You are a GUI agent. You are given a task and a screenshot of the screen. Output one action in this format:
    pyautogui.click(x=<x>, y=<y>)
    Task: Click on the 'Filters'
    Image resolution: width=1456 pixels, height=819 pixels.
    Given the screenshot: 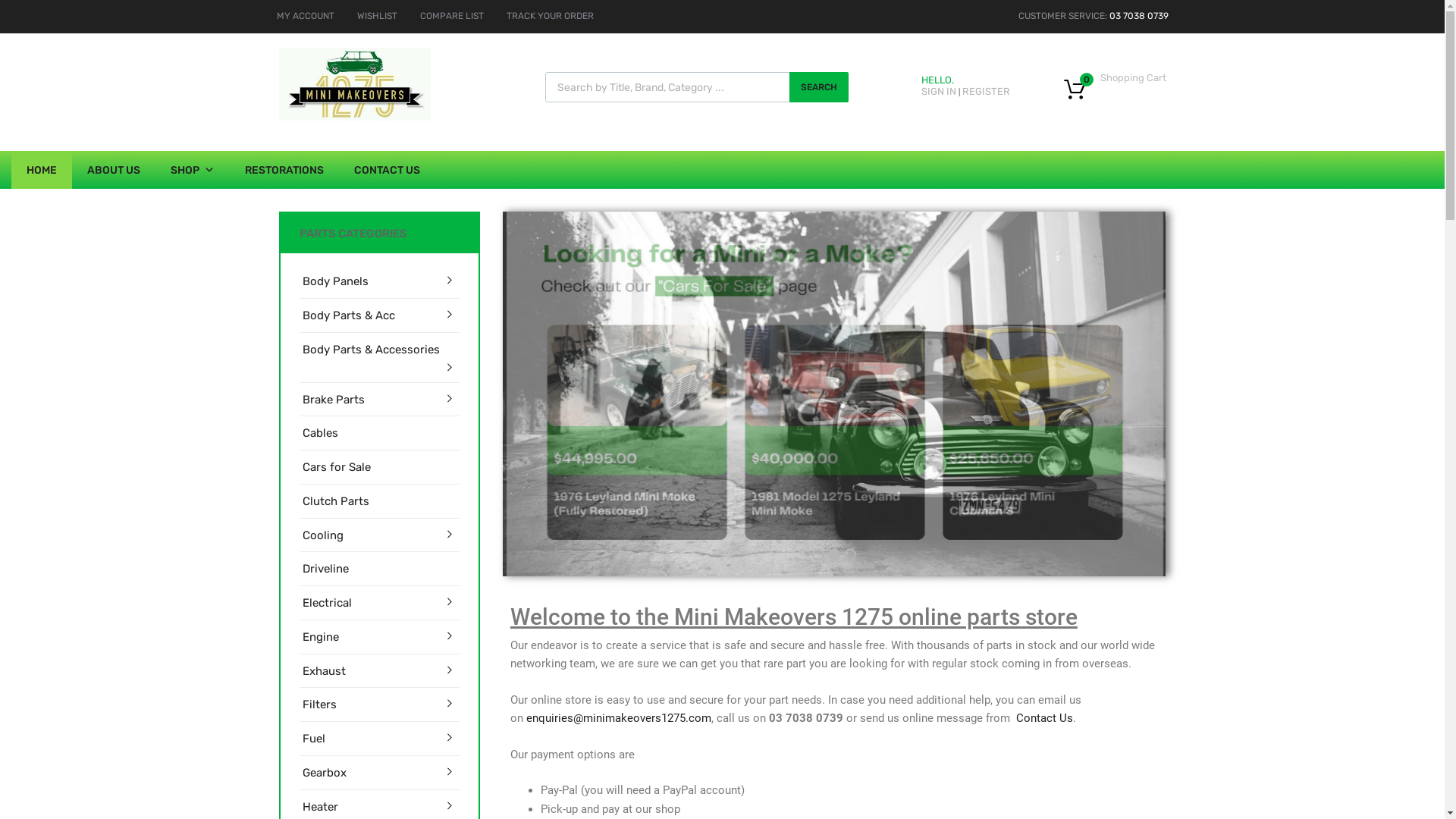 What is the action you would take?
    pyautogui.click(x=302, y=704)
    